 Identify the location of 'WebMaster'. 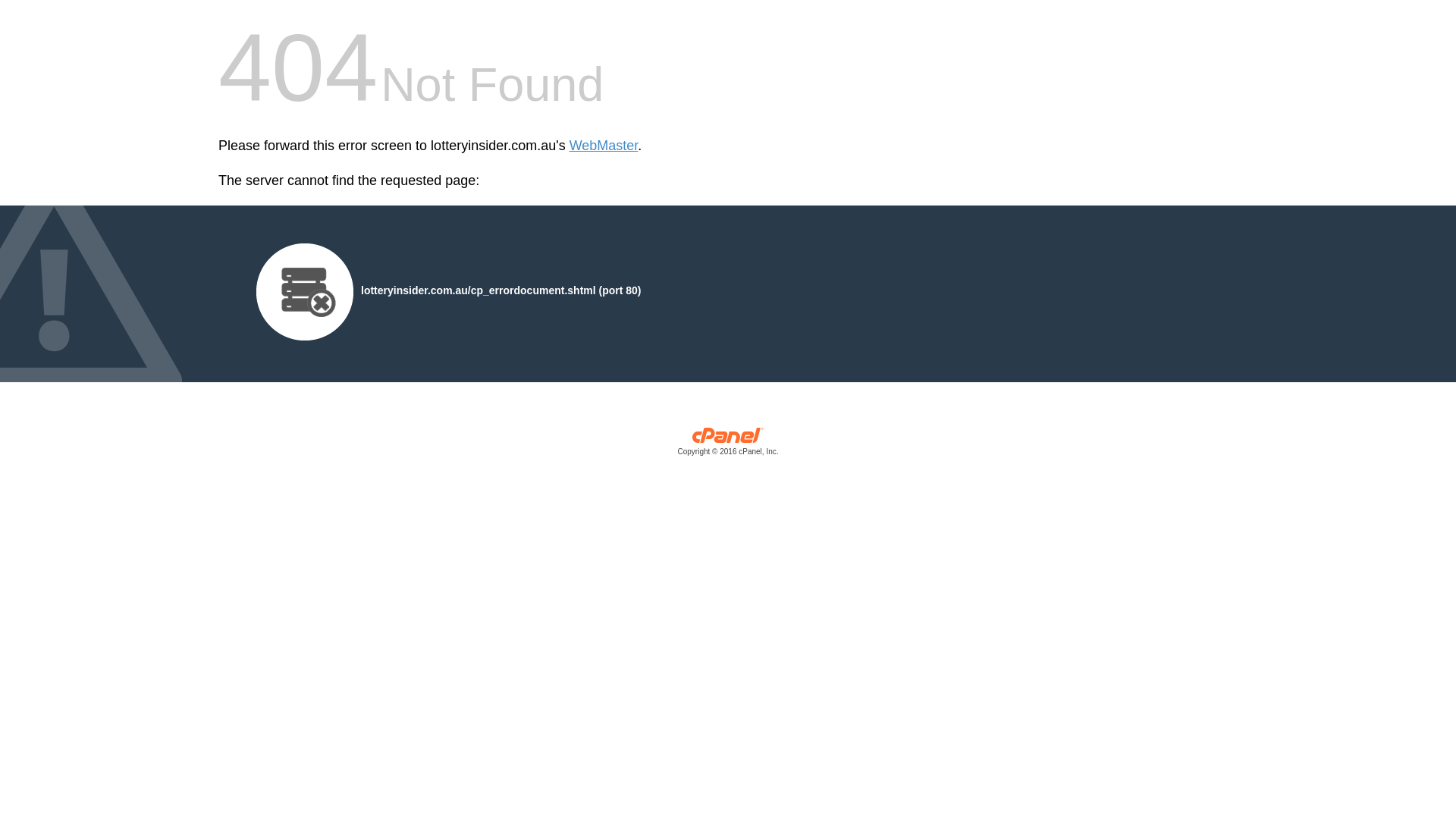
(603, 146).